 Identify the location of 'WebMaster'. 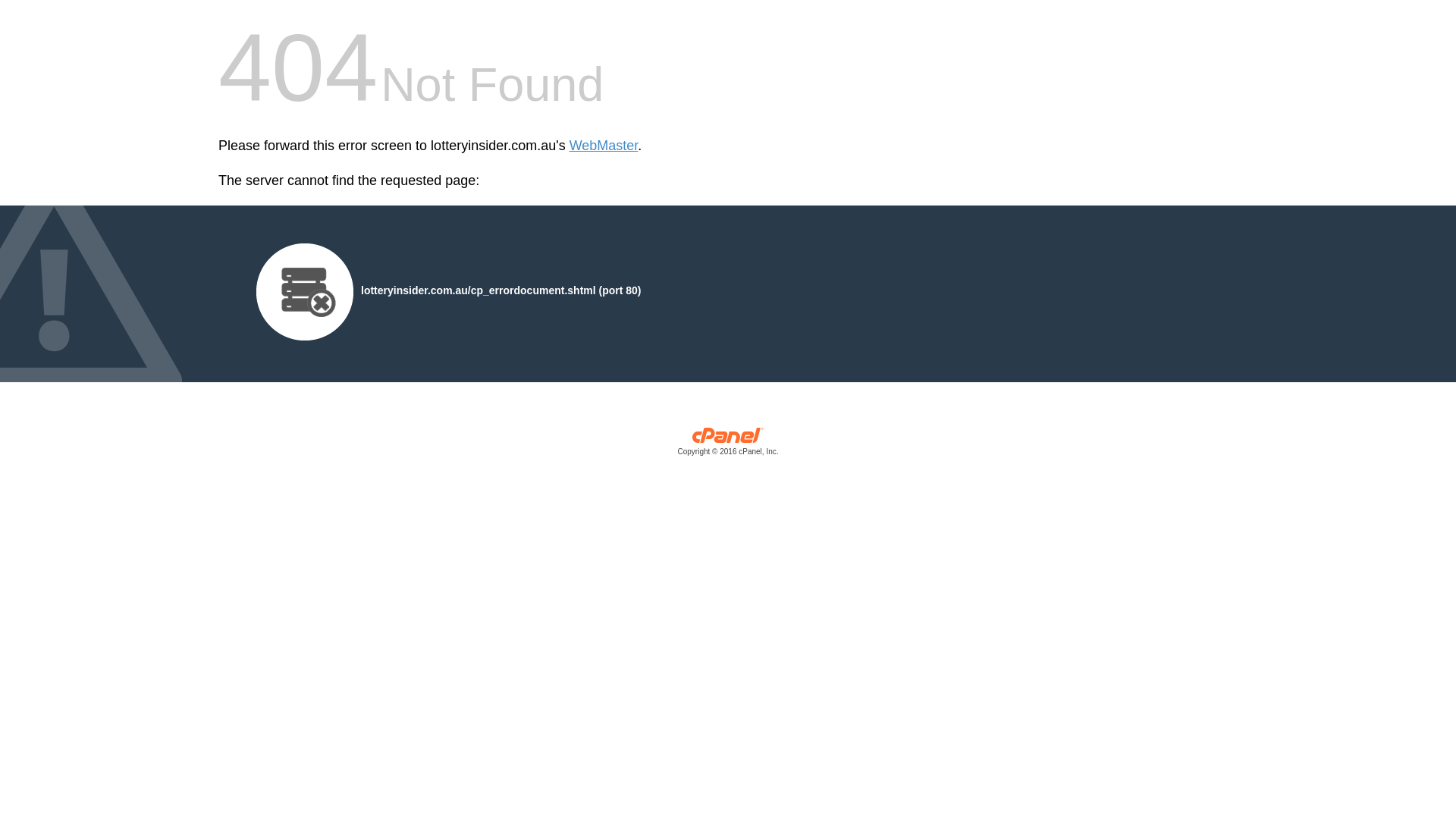
(603, 146).